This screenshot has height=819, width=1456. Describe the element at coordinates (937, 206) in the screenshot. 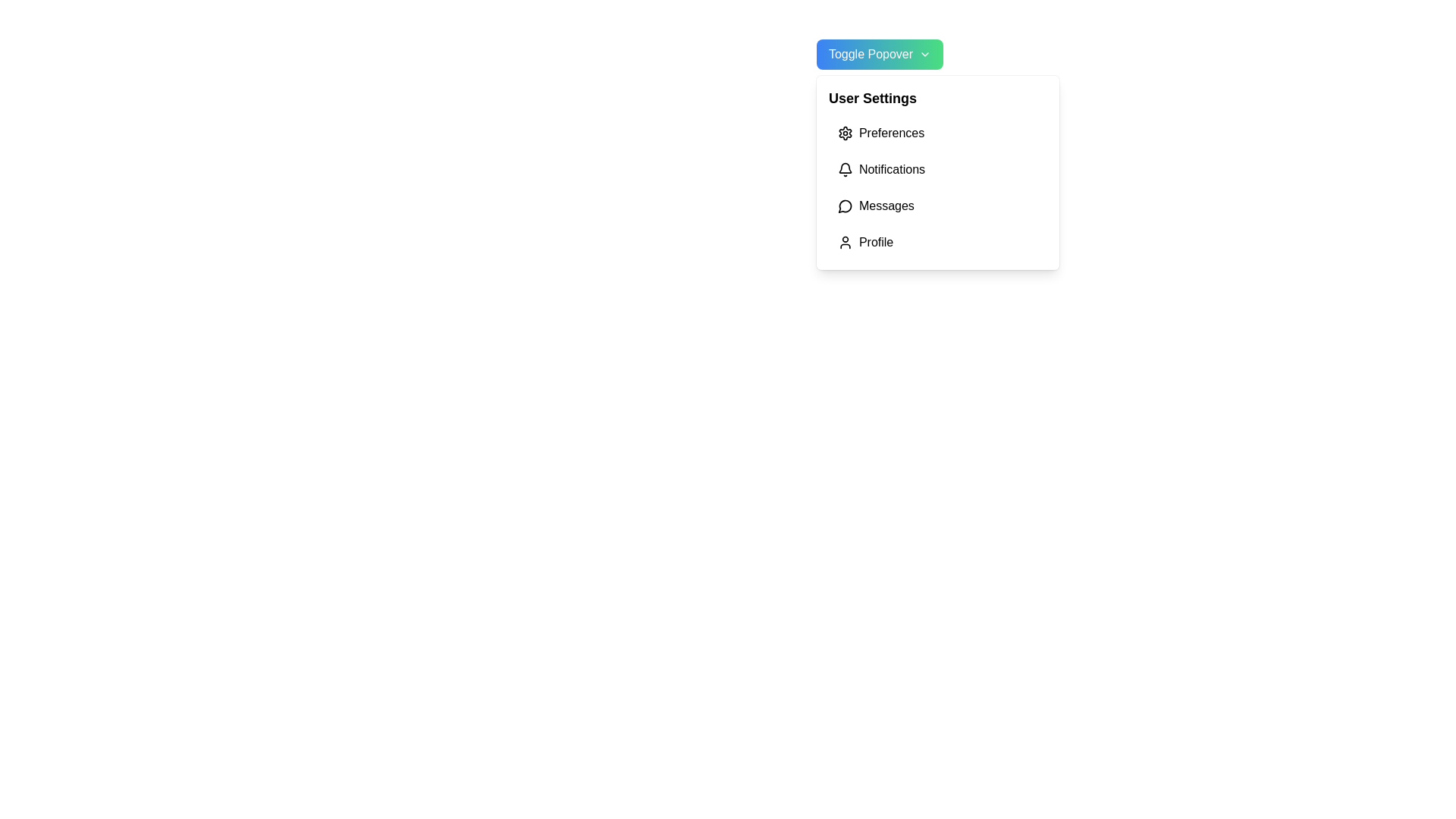

I see `the third menu item` at that location.